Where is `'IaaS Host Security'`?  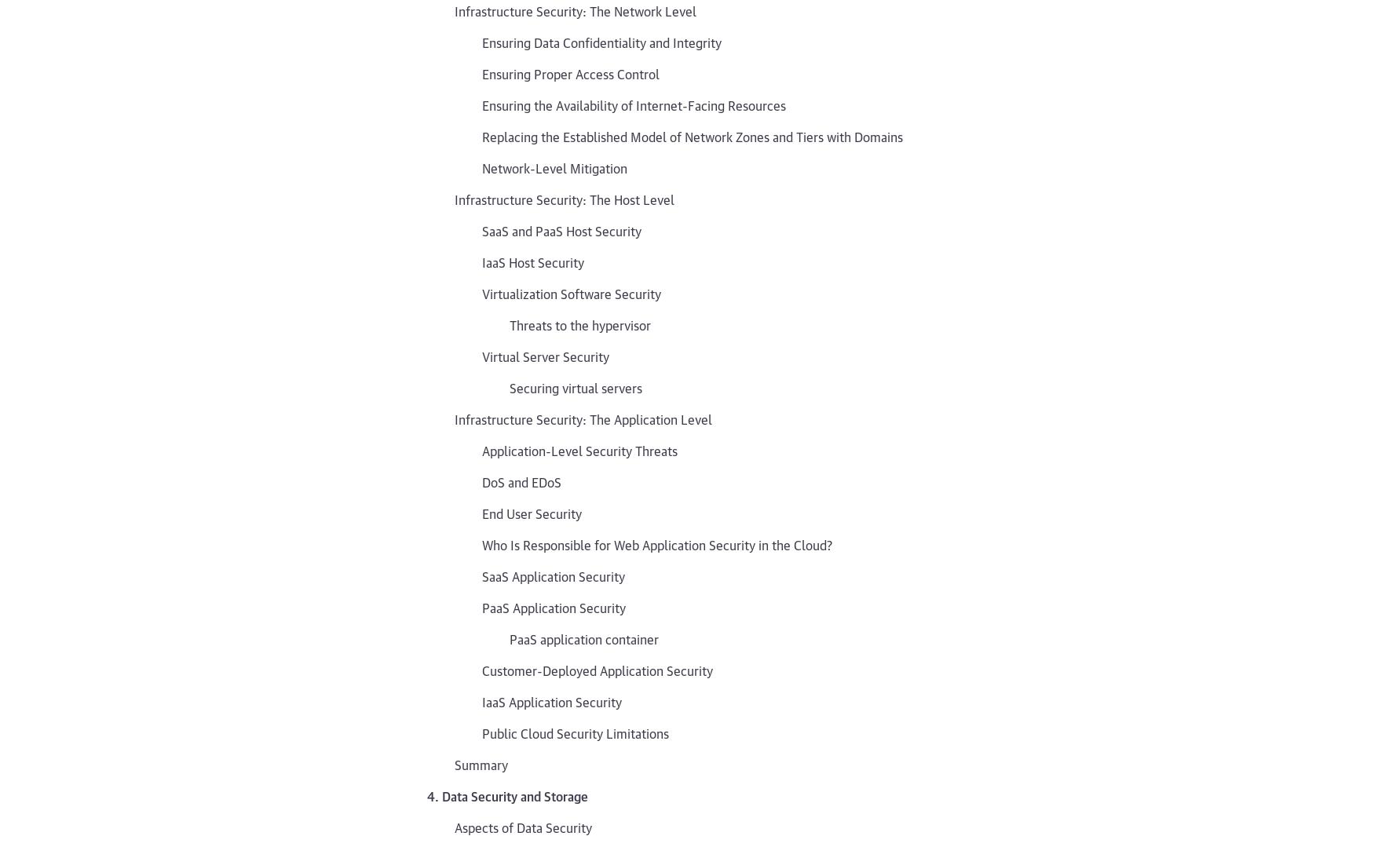 'IaaS Host Security' is located at coordinates (482, 261).